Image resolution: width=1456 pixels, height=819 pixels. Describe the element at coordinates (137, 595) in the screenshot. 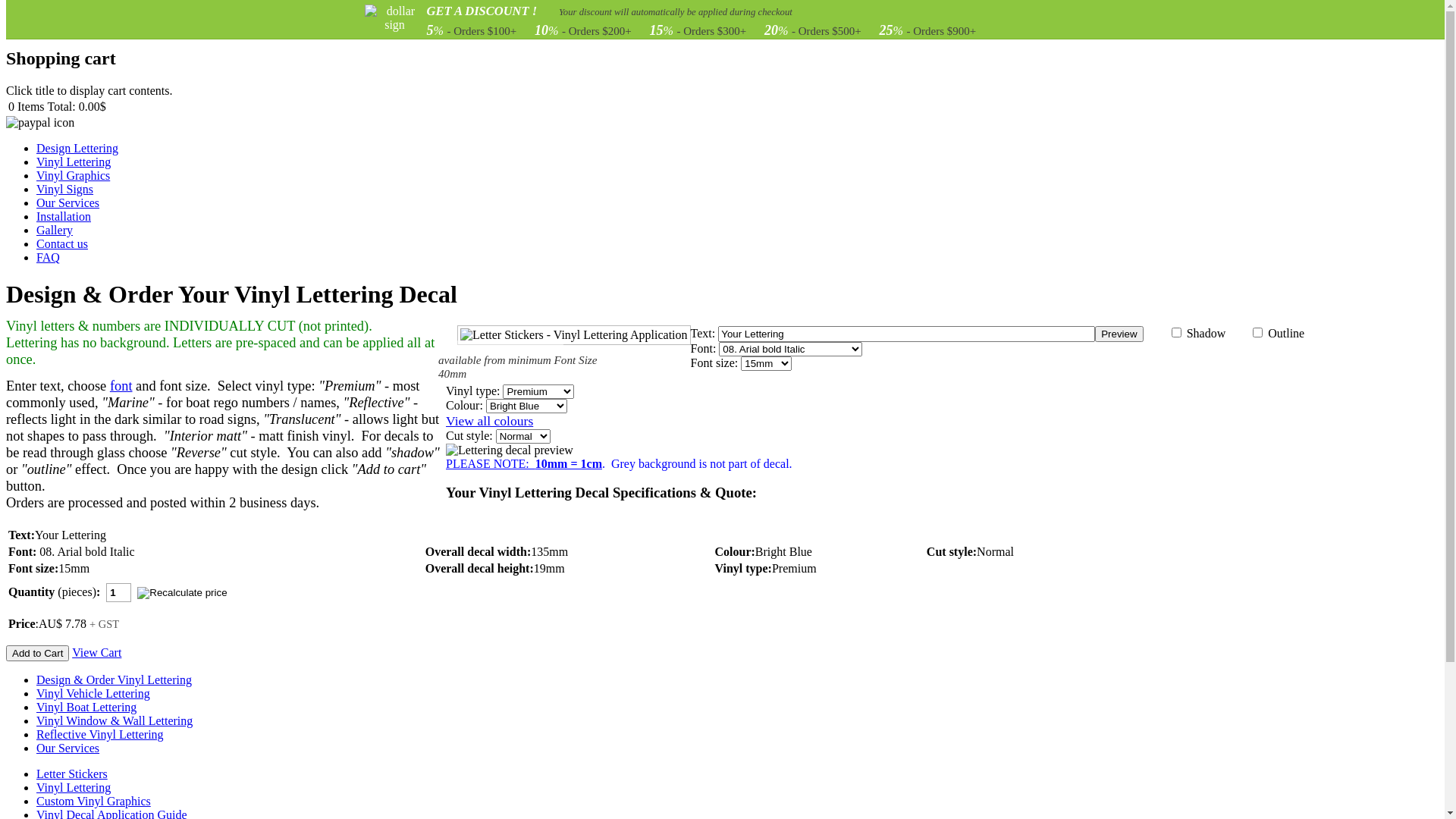

I see `'Recalculate price'` at that location.